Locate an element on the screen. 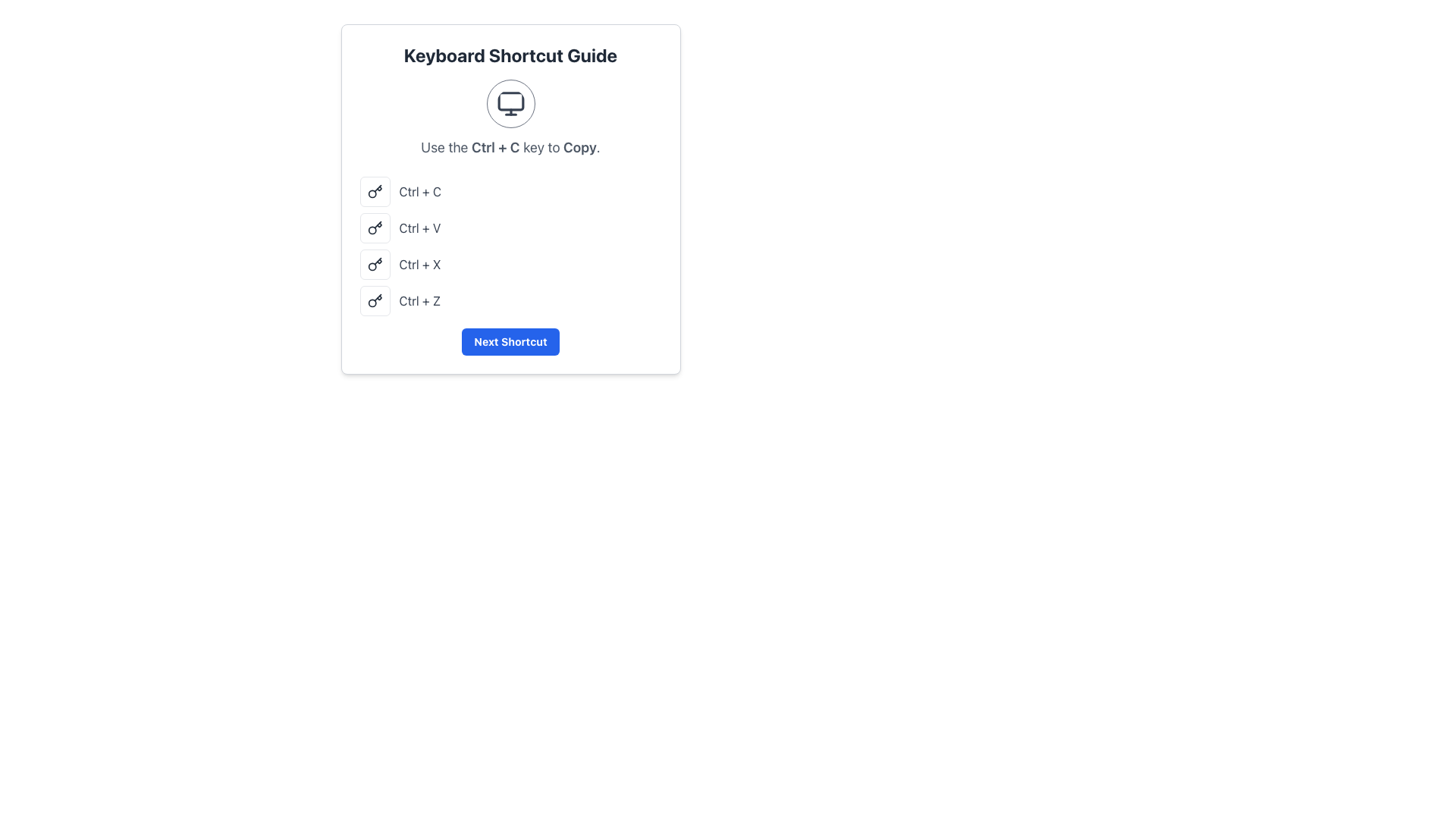 This screenshot has width=1456, height=819. the second icon in the vertical list of four elements on the left side of the 'Keyboard Shortcut Guide' dialog, which represents the paste function (Ctrl + V) is located at coordinates (375, 227).